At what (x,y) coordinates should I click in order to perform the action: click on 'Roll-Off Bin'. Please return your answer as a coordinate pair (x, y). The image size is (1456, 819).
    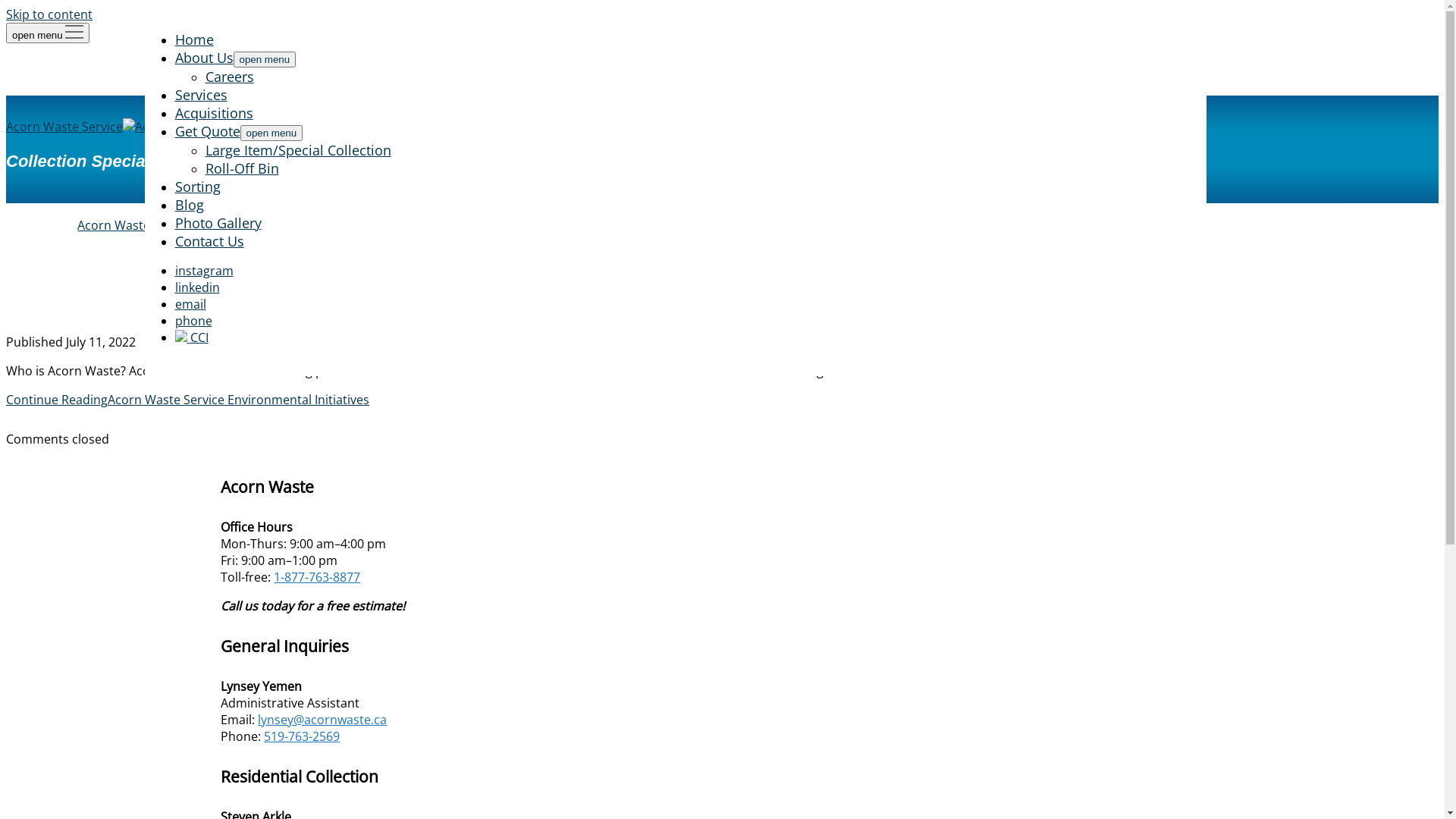
    Looking at the image, I should click on (240, 168).